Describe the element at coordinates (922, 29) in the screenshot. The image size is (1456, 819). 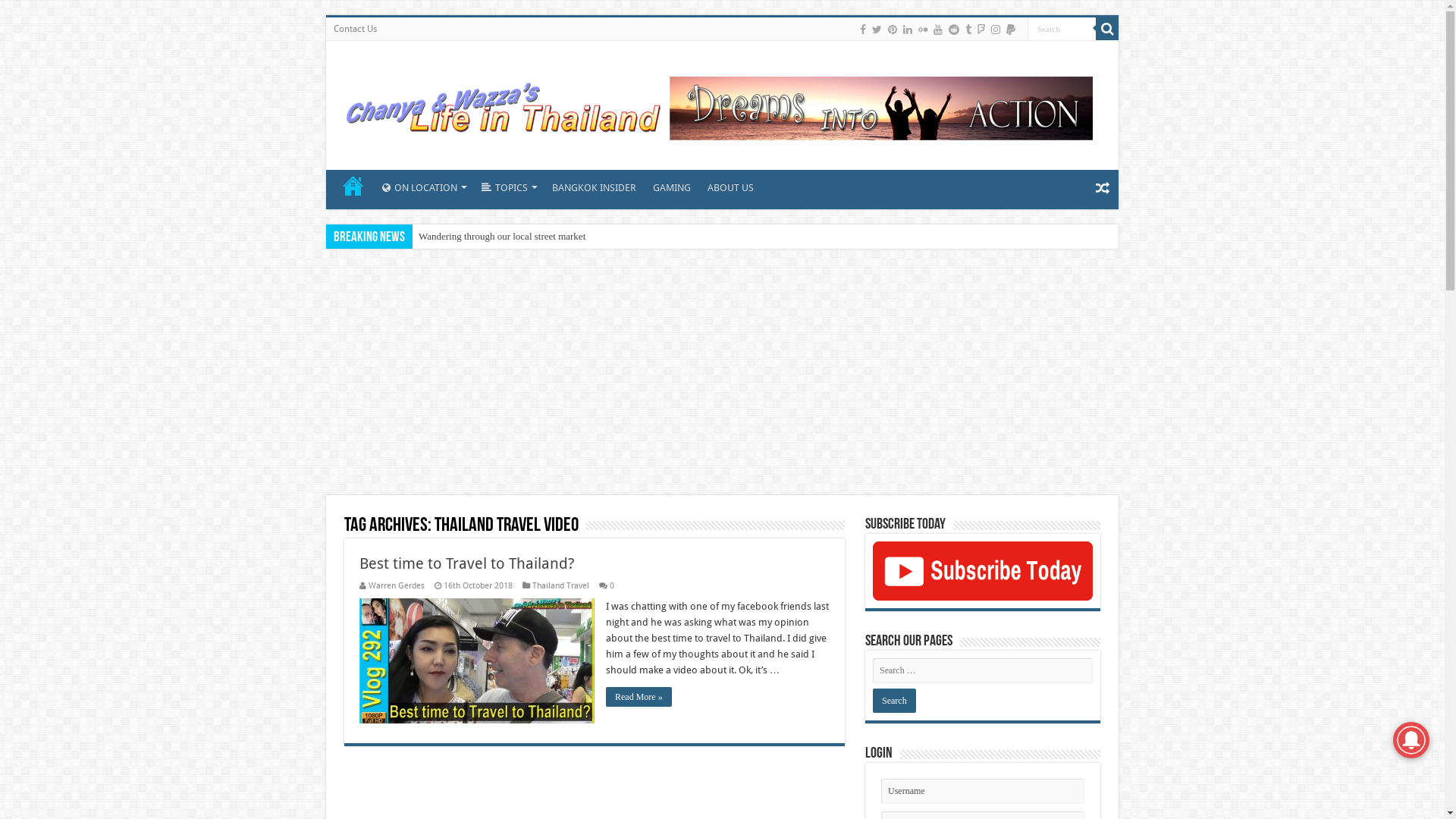
I see `'Flickr'` at that location.